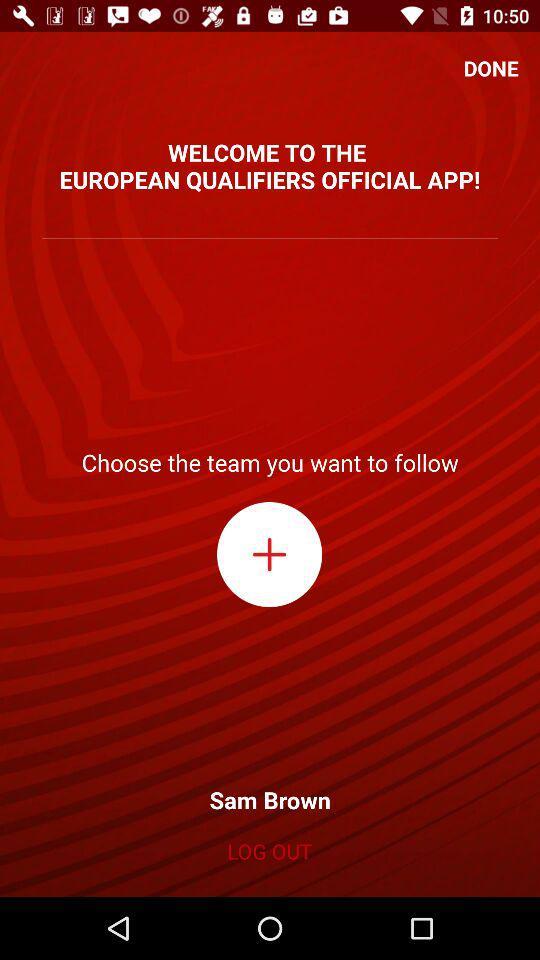 The width and height of the screenshot is (540, 960). I want to click on the done, so click(490, 68).